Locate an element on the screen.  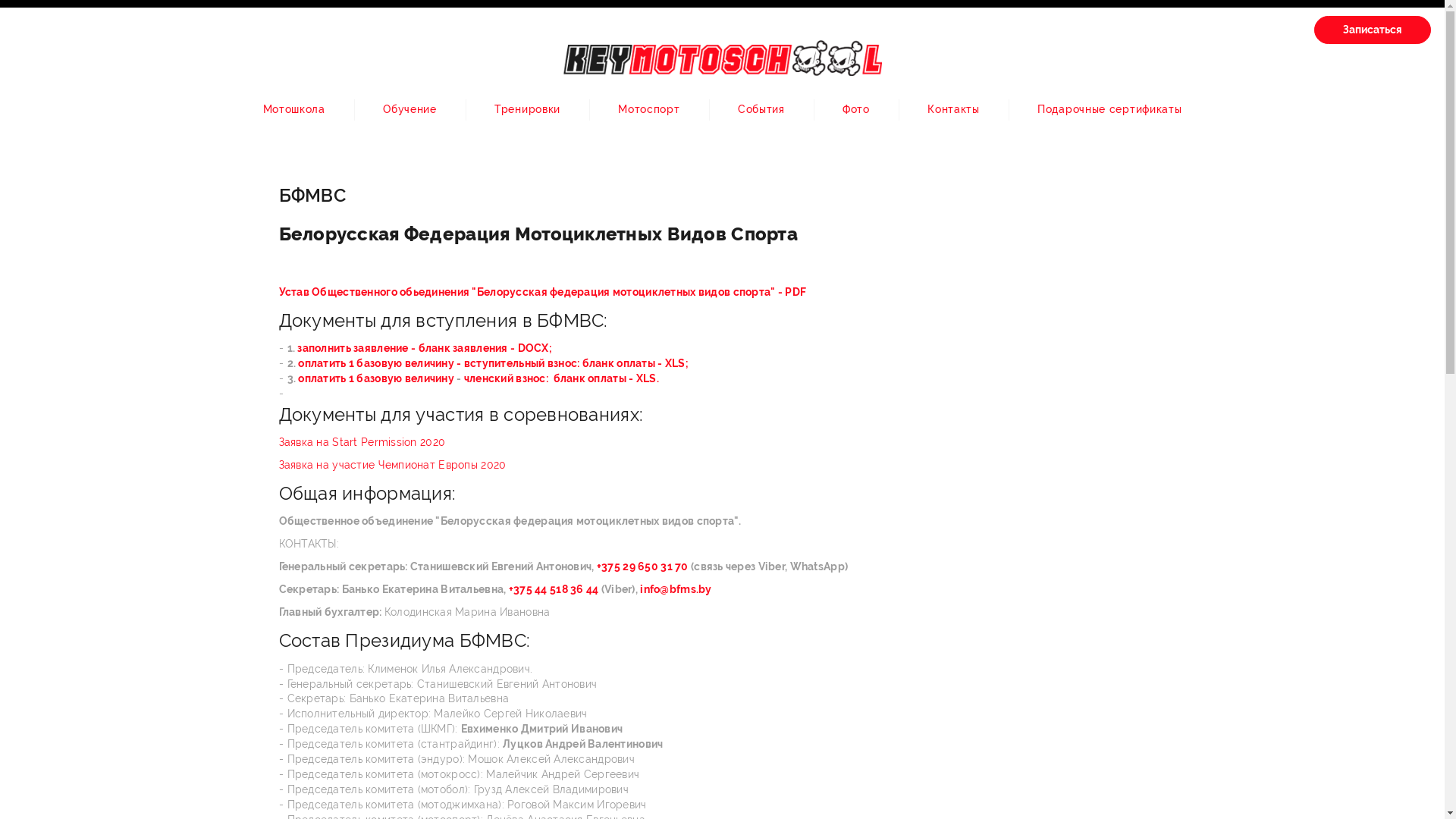
'bfms.by' is located at coordinates (690, 588).